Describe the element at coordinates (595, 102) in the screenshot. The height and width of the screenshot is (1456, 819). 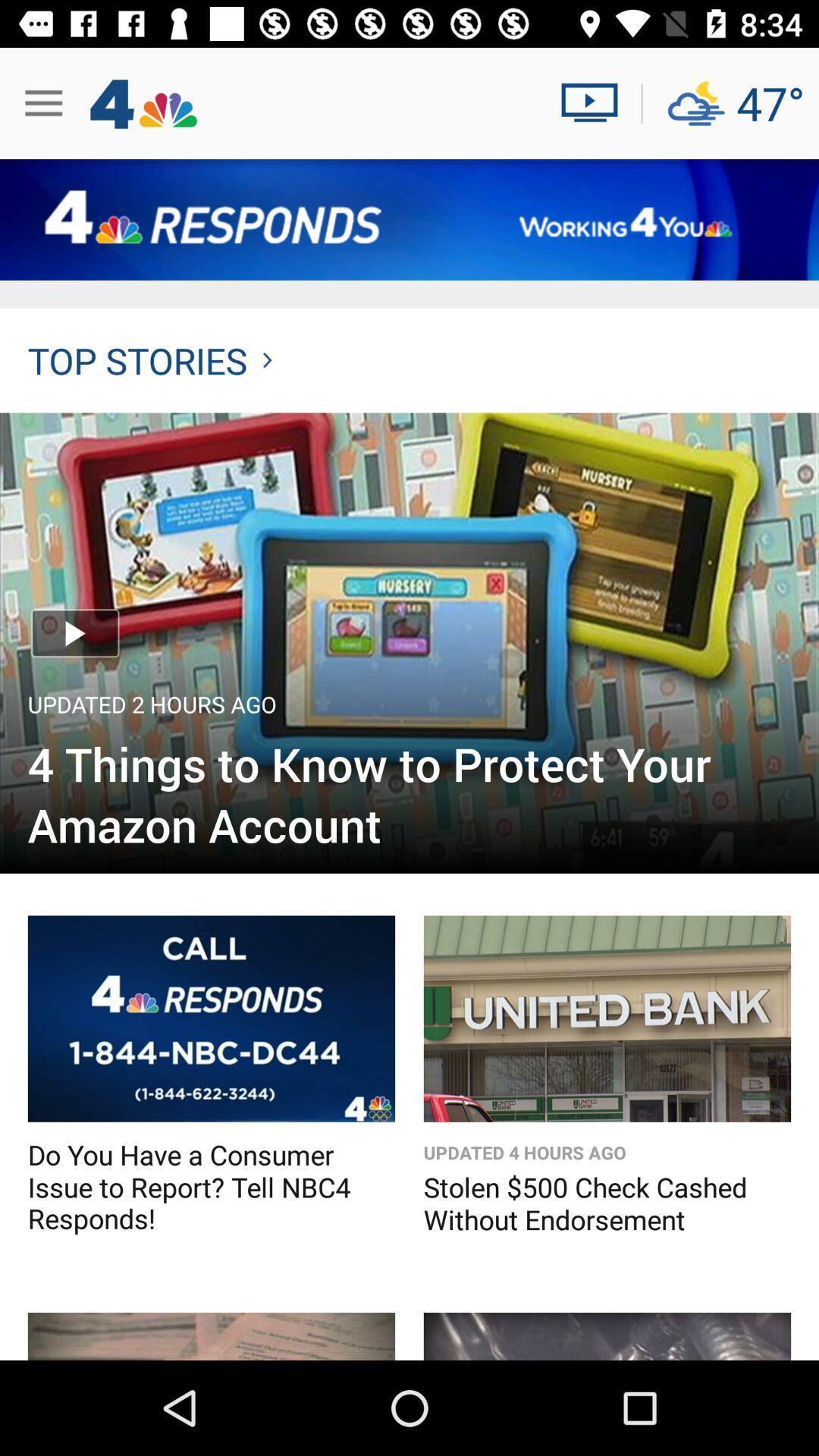
I see `news` at that location.